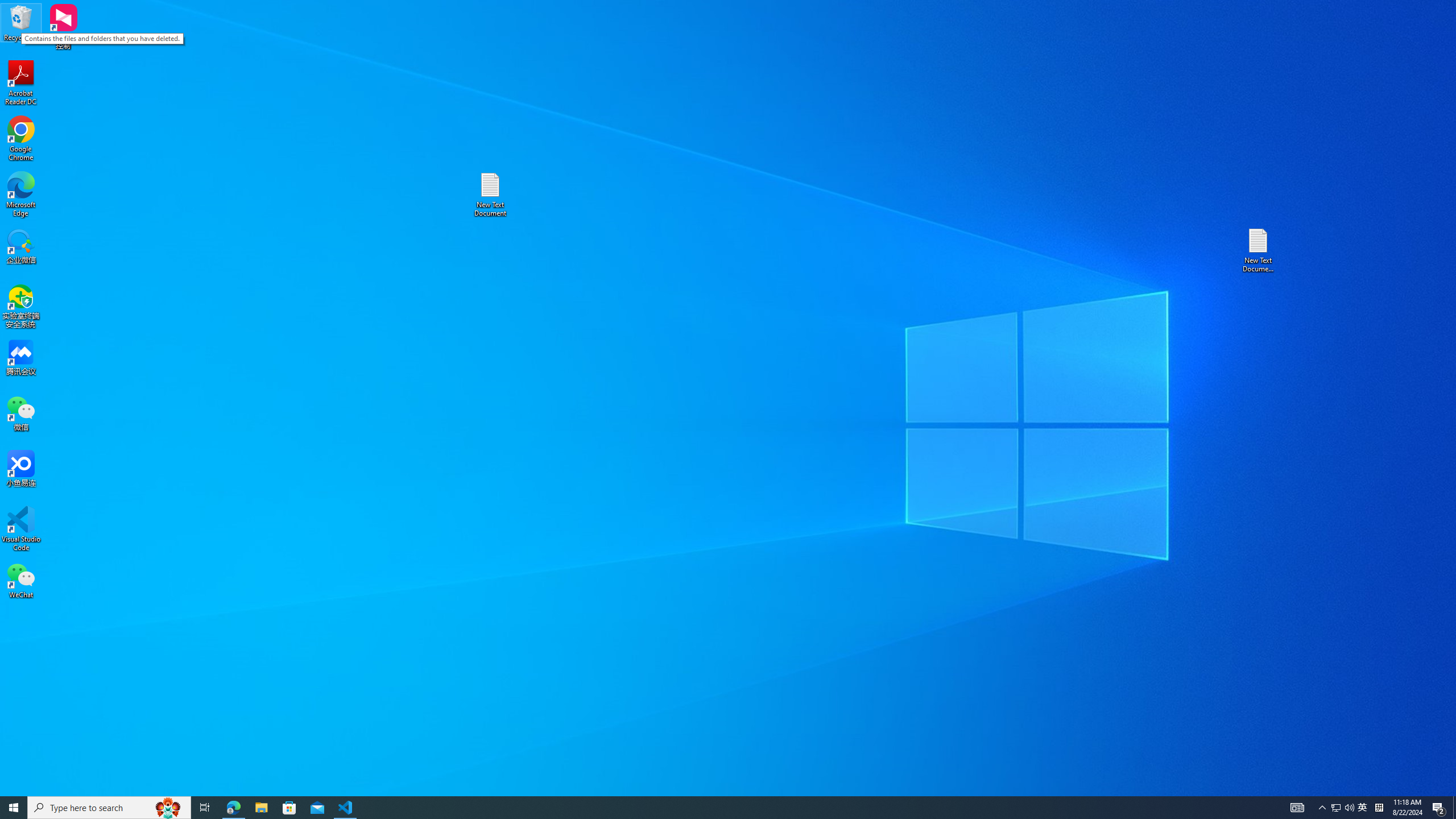 This screenshot has height=819, width=1456. I want to click on 'Microsoft Edge', so click(20, 194).